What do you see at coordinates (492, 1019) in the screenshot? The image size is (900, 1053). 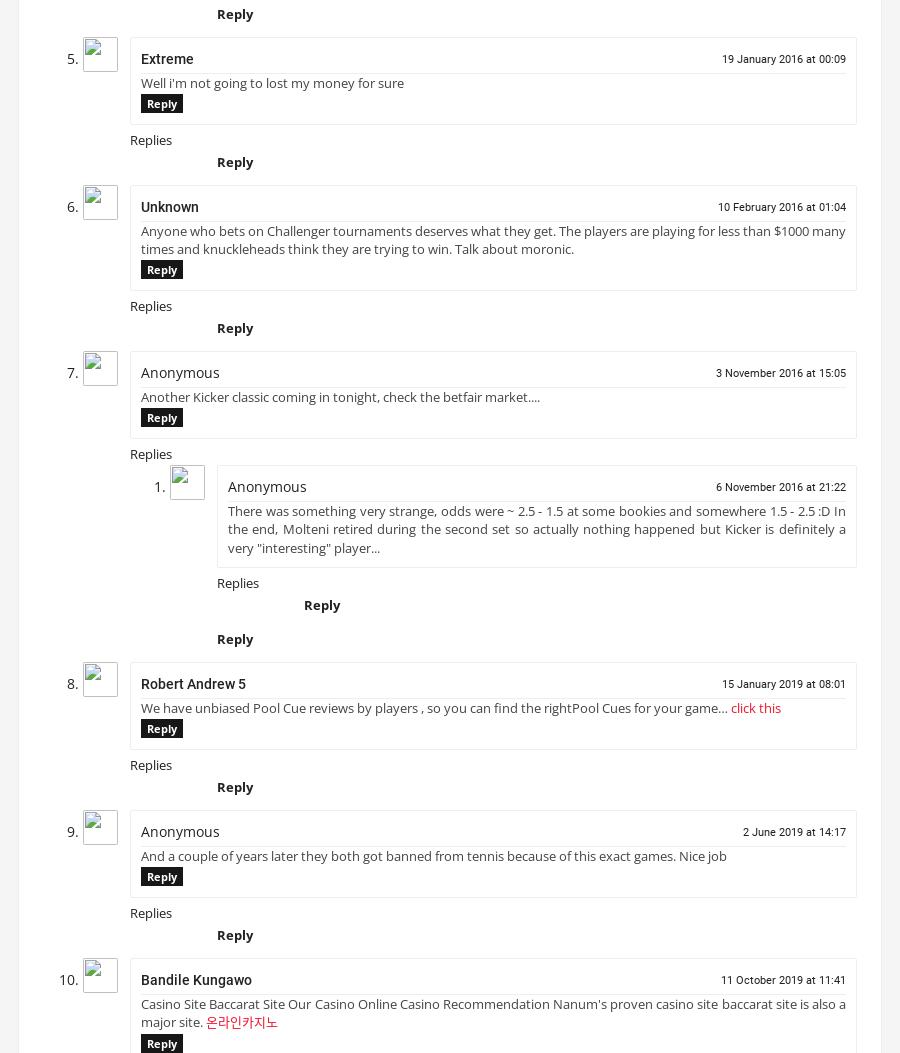 I see `'Casino Site Baccarat Site Our Casino Online Casino Recommendation Nanum's proven casino site baccarat site is also a major site.'` at bounding box center [492, 1019].